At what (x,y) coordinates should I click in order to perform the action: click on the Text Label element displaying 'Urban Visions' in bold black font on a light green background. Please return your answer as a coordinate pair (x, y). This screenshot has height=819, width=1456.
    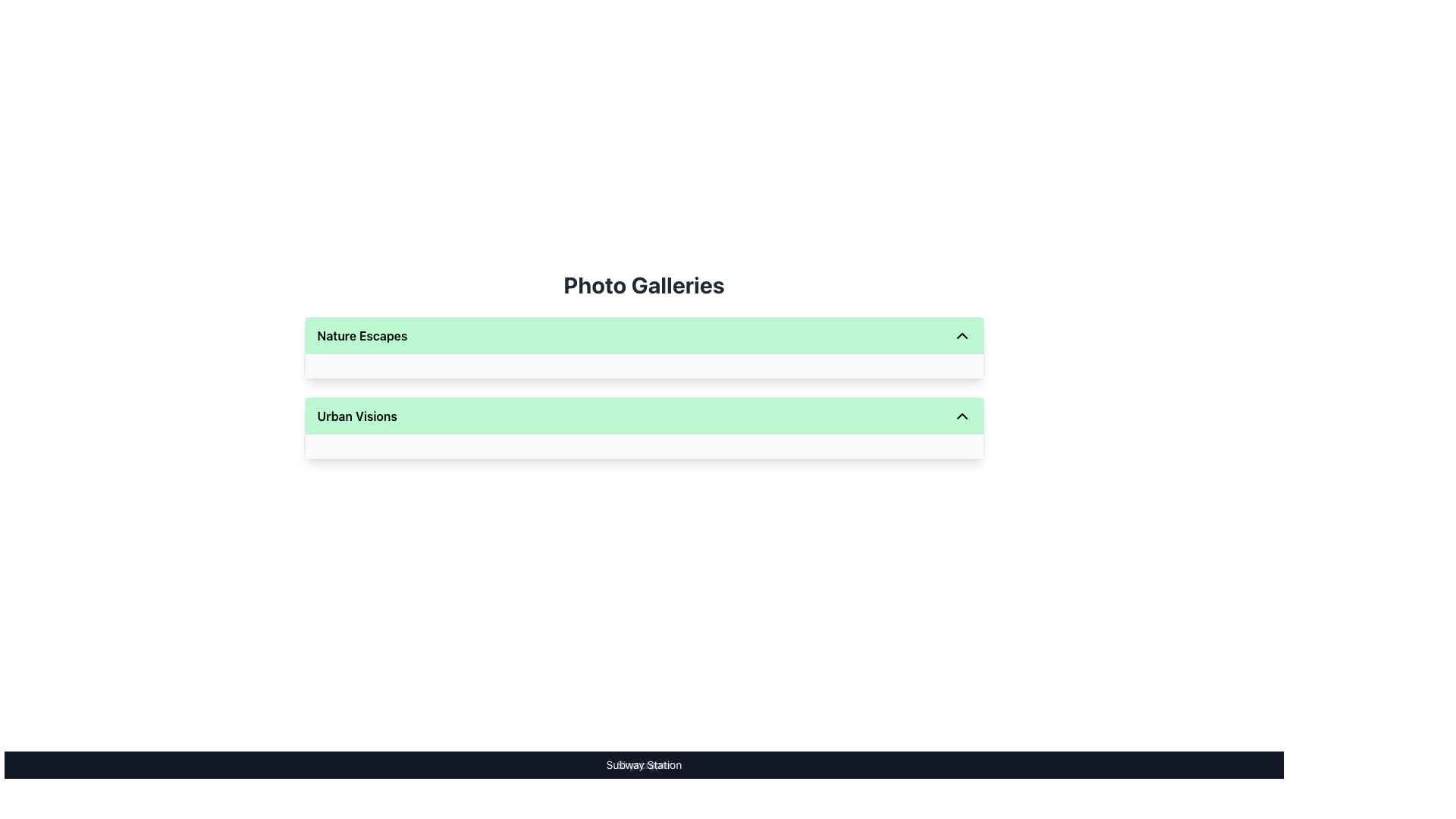
    Looking at the image, I should click on (356, 416).